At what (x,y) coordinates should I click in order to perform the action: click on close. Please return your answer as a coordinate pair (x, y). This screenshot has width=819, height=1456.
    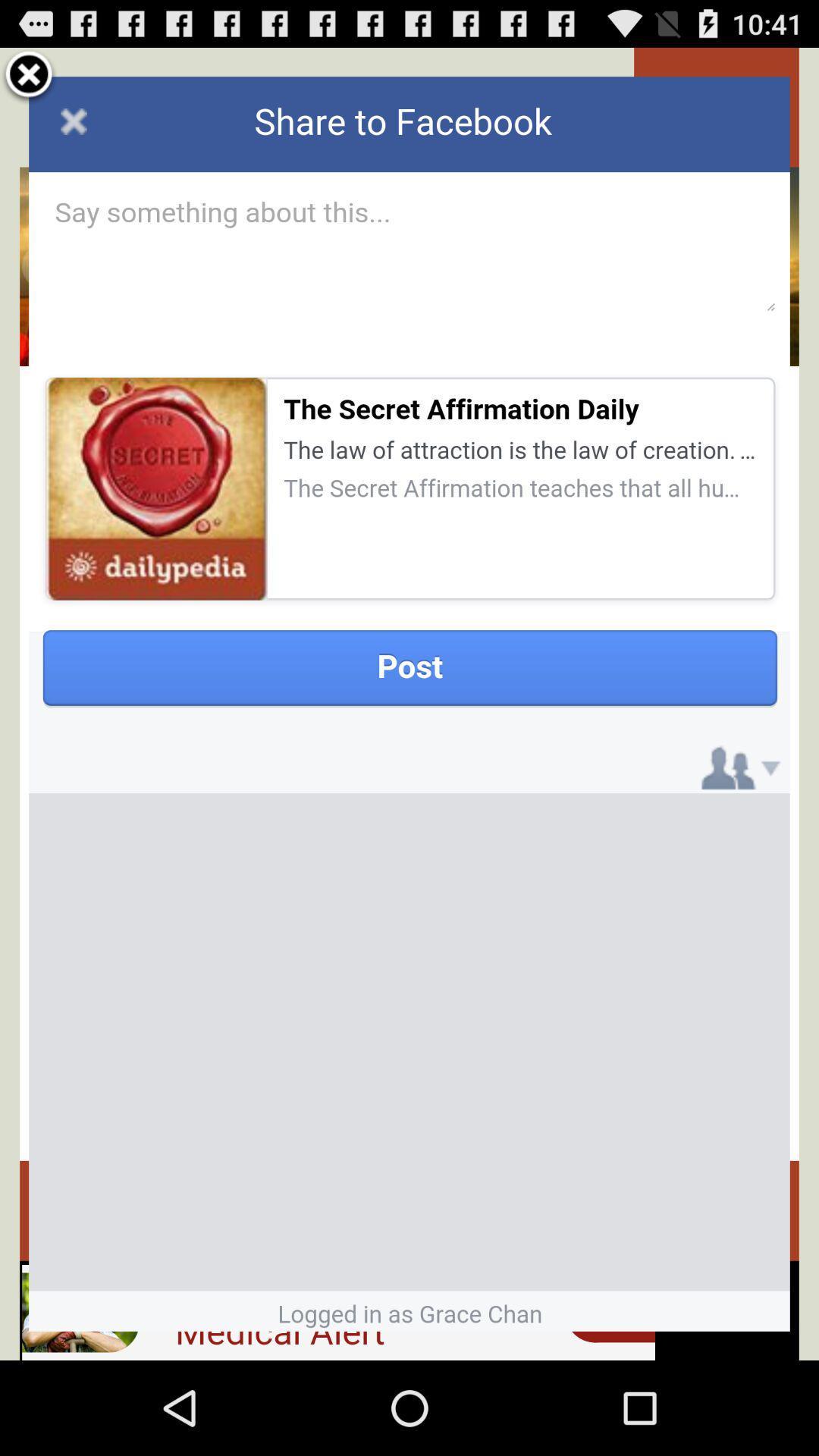
    Looking at the image, I should click on (29, 76).